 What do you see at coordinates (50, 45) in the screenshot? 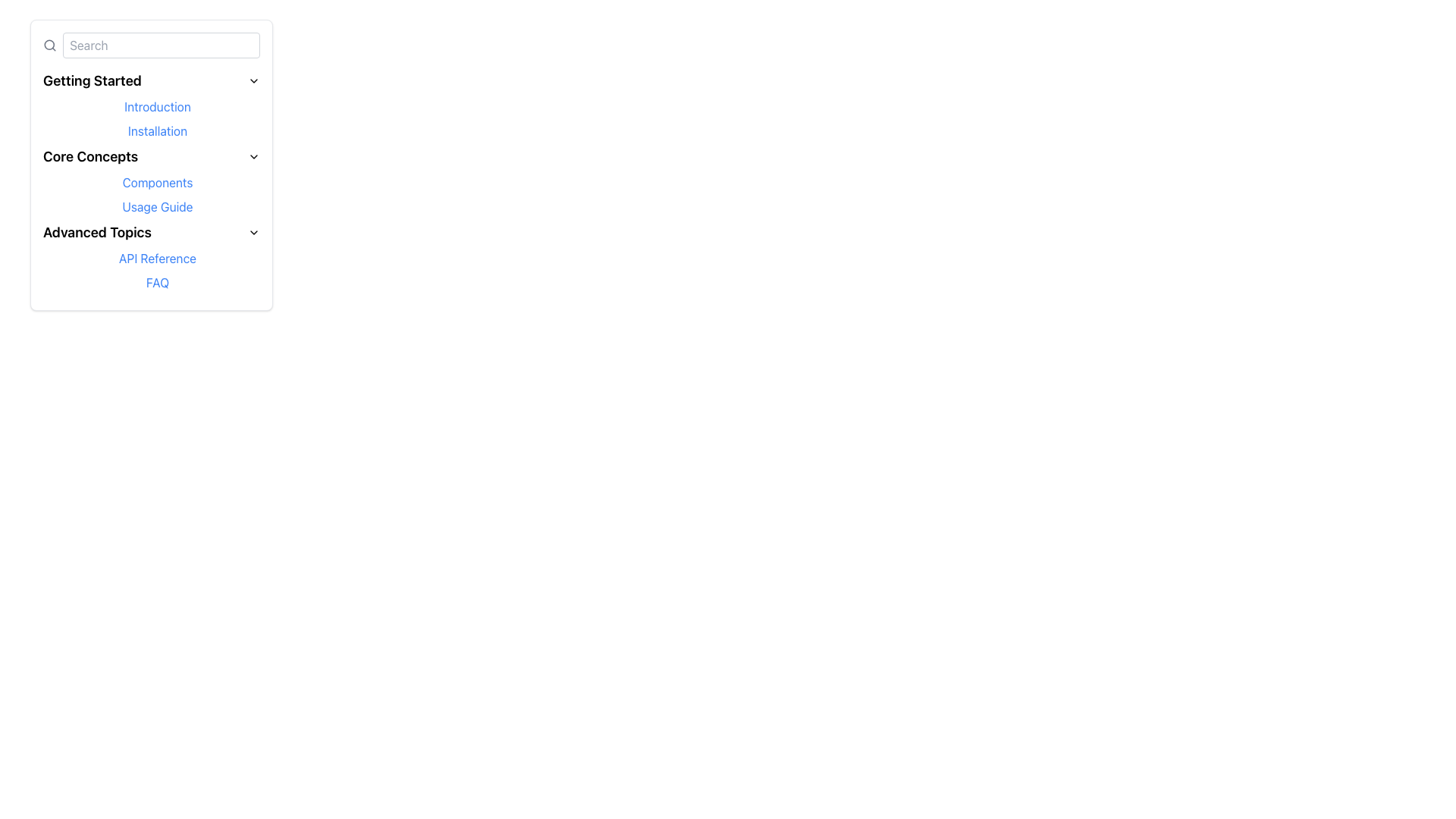
I see `the gray magnifying glass icon, which is a modern search symbol located to the left of the input field with the placeholder text 'Search'` at bounding box center [50, 45].